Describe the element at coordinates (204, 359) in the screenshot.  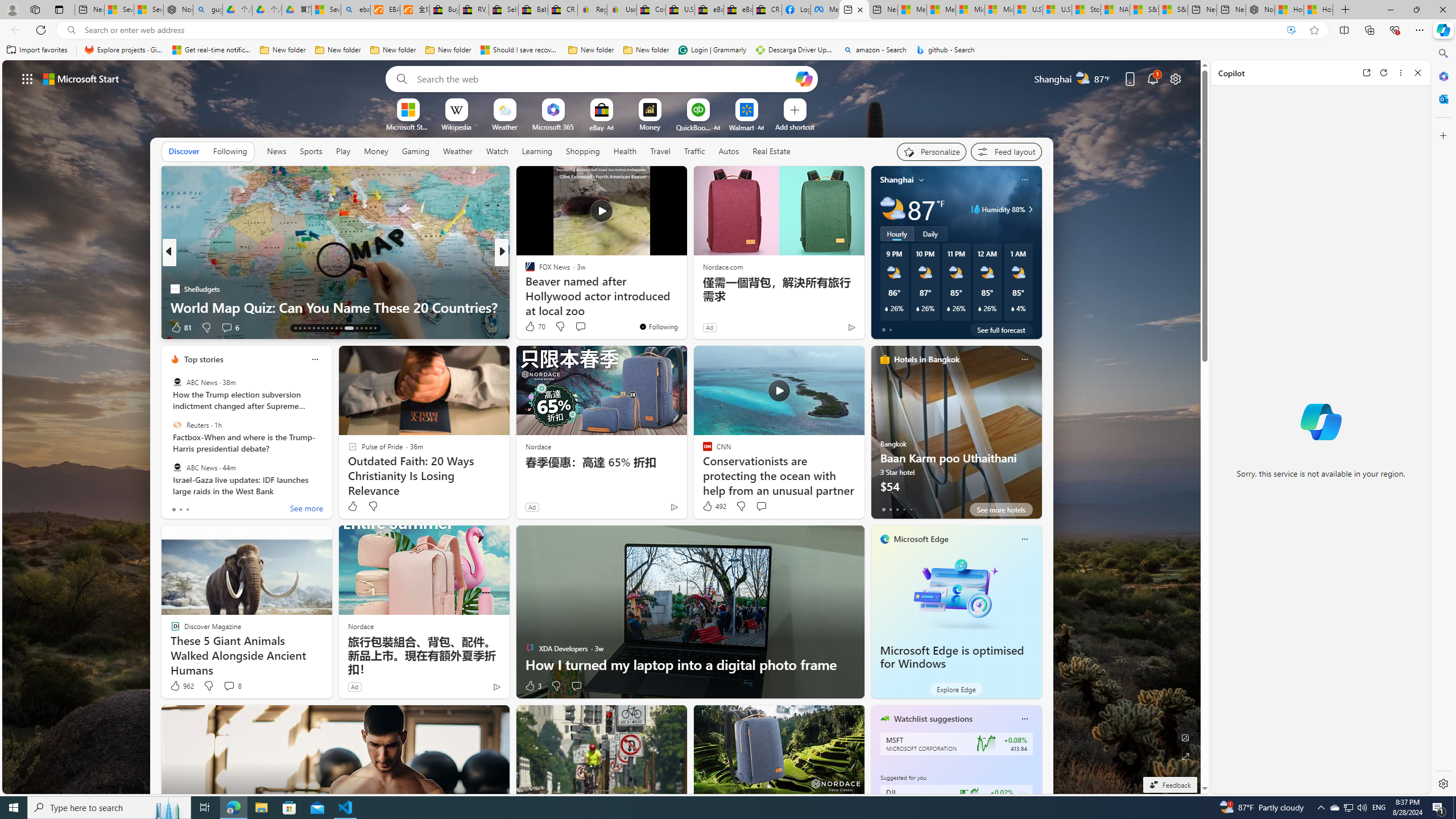
I see `'Top stories'` at that location.